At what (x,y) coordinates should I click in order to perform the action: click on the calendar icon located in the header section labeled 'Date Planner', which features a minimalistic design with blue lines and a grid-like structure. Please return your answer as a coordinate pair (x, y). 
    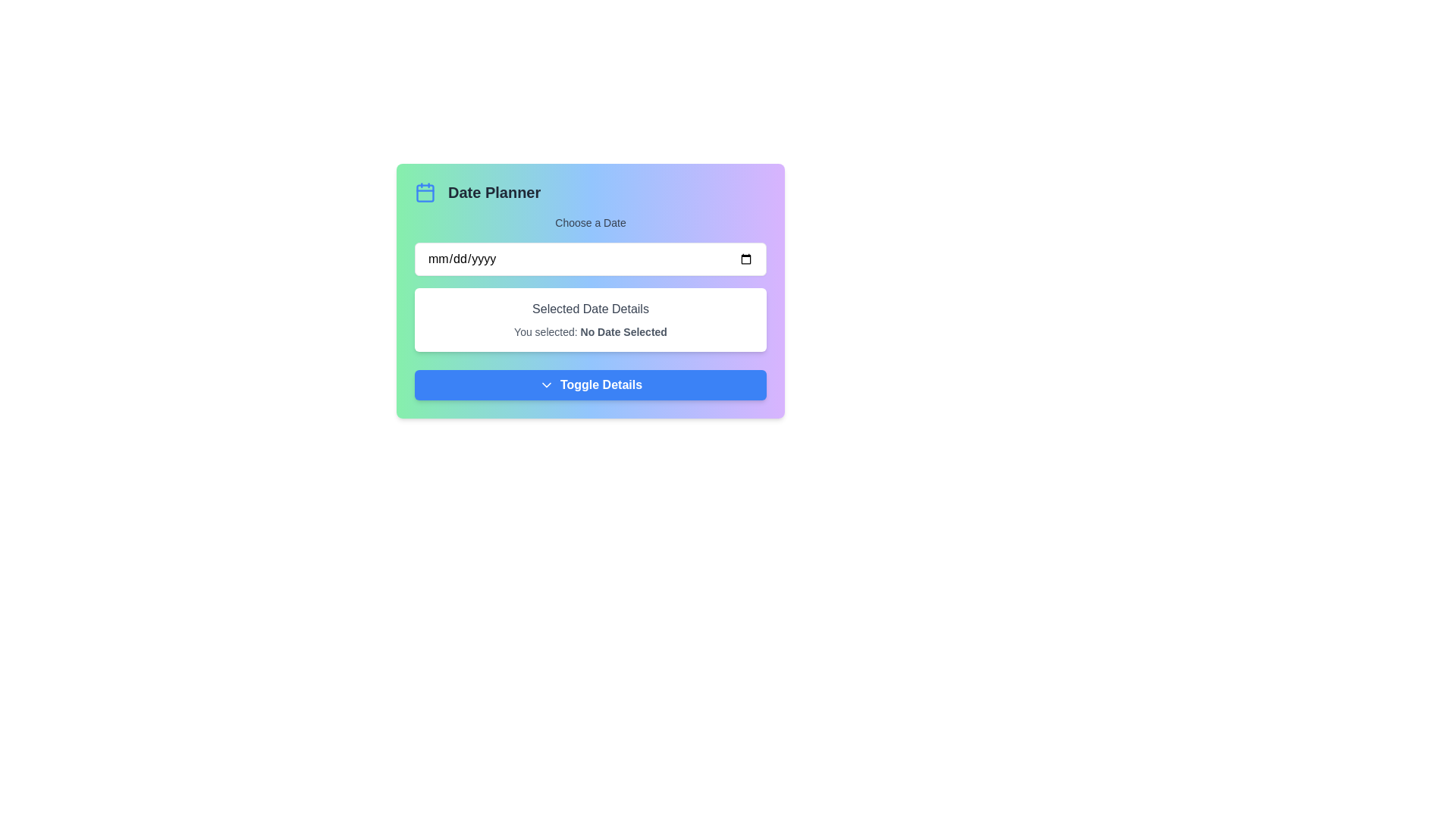
    Looking at the image, I should click on (425, 192).